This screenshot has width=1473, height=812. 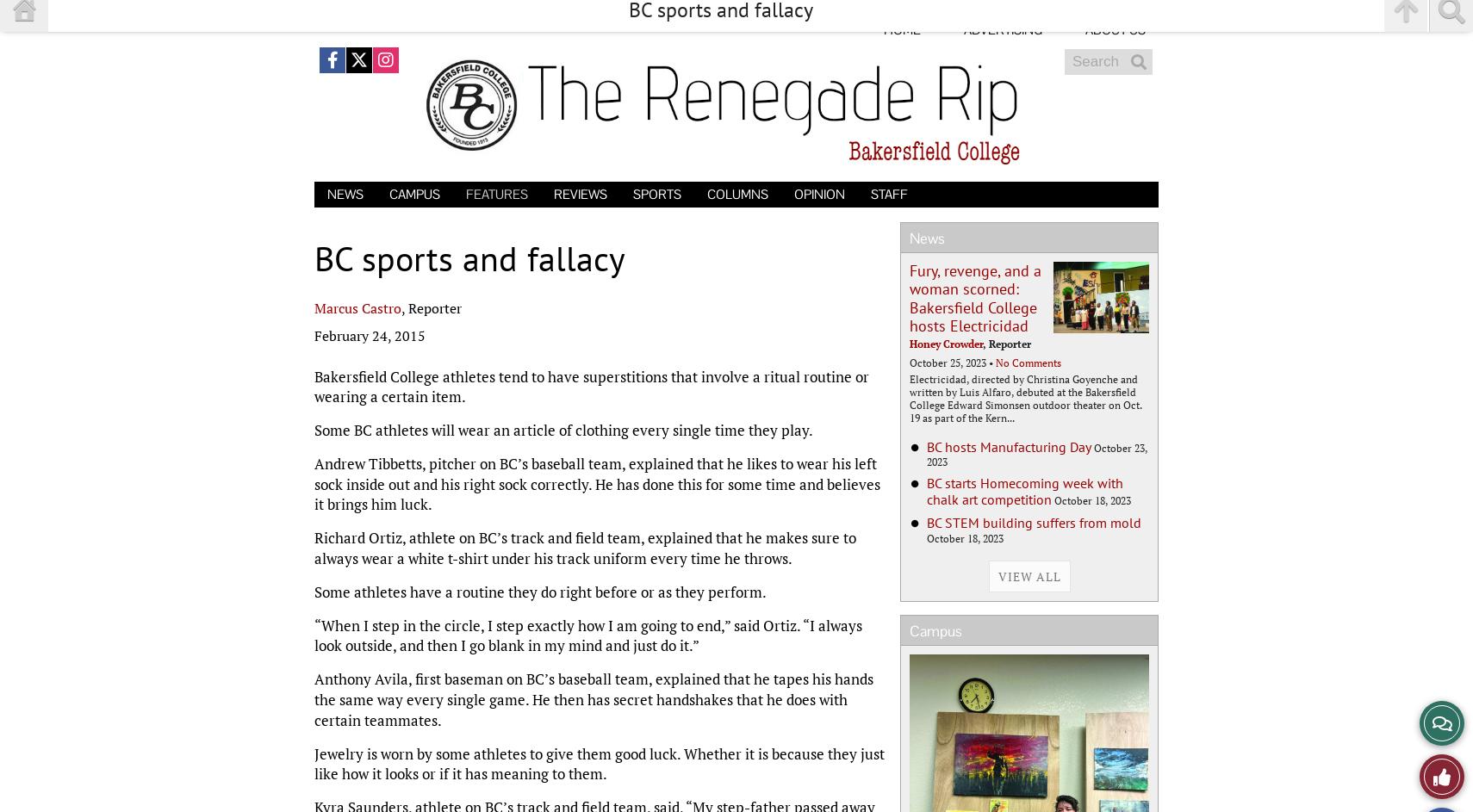 What do you see at coordinates (434, 307) in the screenshot?
I see `'Reporter'` at bounding box center [434, 307].